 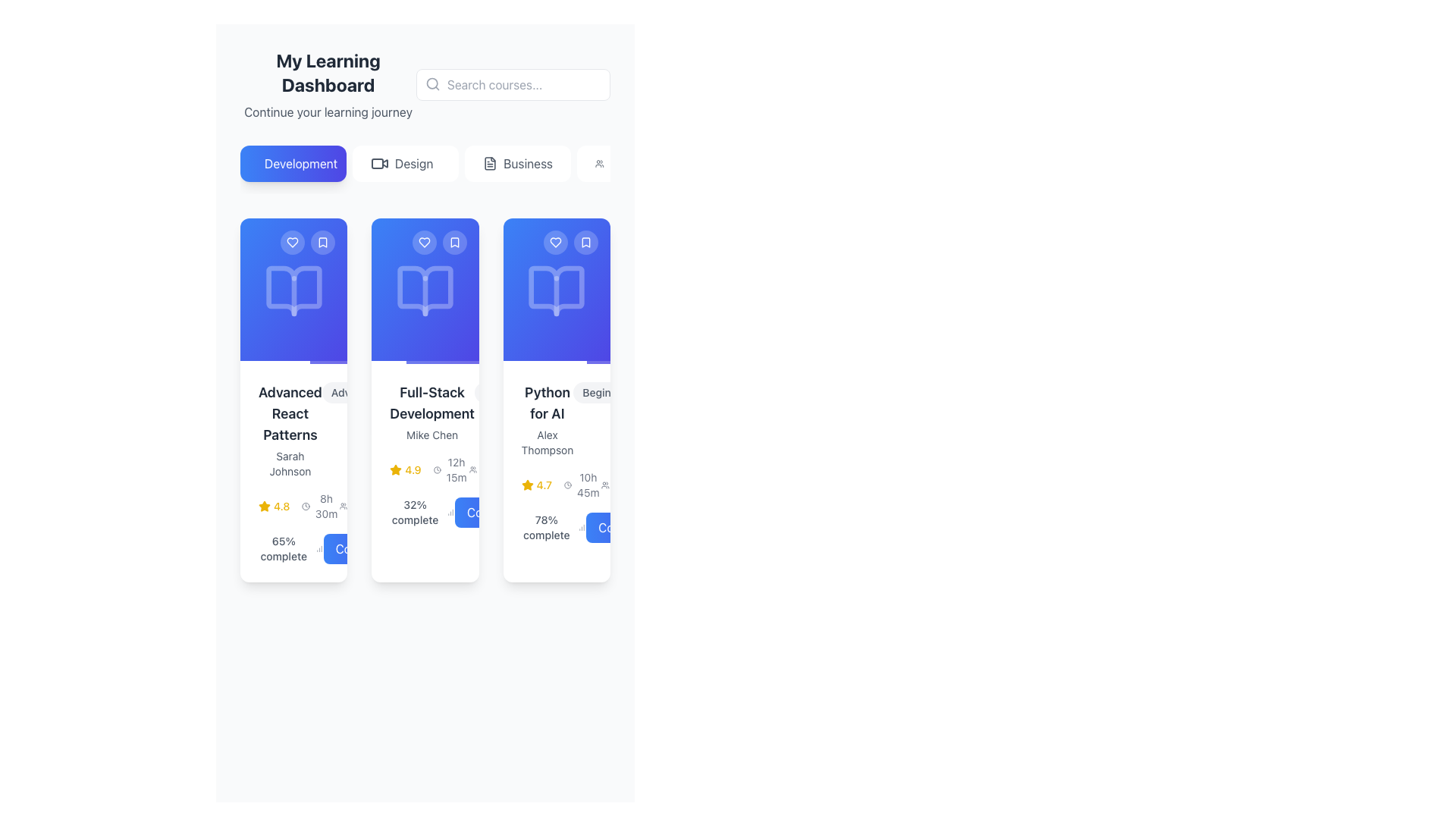 I want to click on the heart icon located in the top-left corner of the second card, which serves as a favorite button for marking the associated course, so click(x=424, y=242).